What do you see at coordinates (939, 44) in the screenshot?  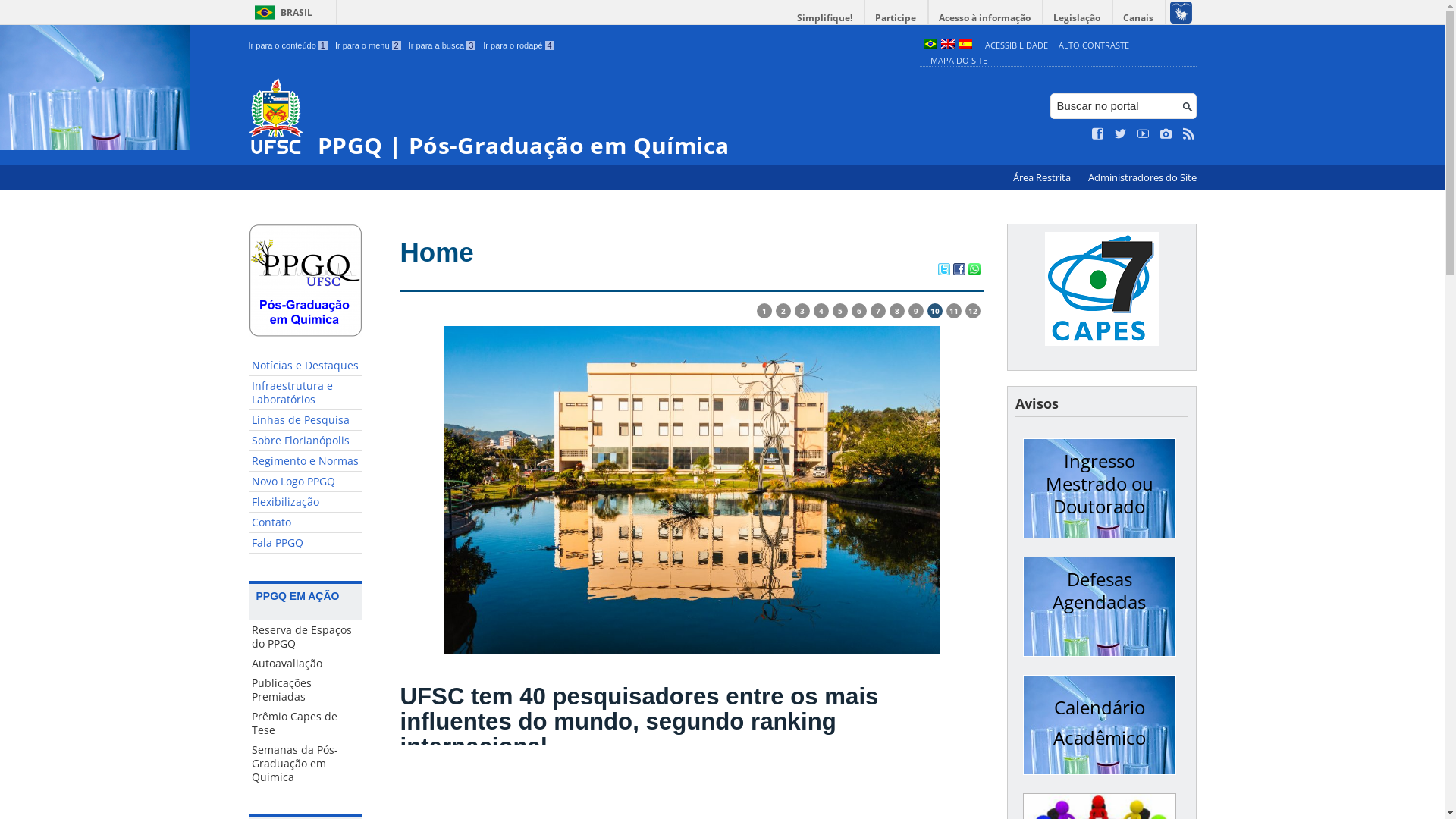 I see `'English (en)'` at bounding box center [939, 44].